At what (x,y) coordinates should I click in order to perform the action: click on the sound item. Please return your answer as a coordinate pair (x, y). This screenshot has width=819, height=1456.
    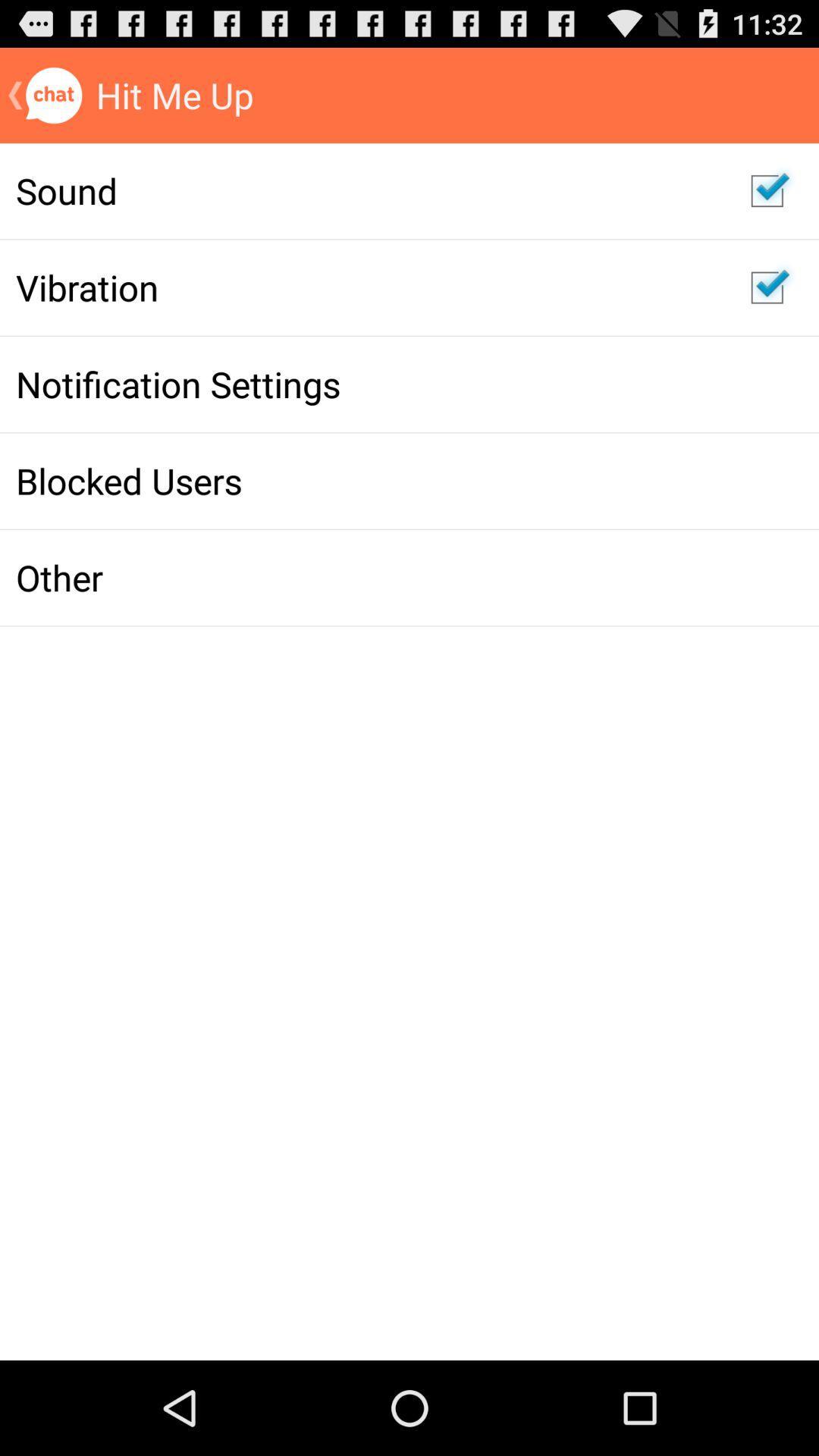
    Looking at the image, I should click on (367, 190).